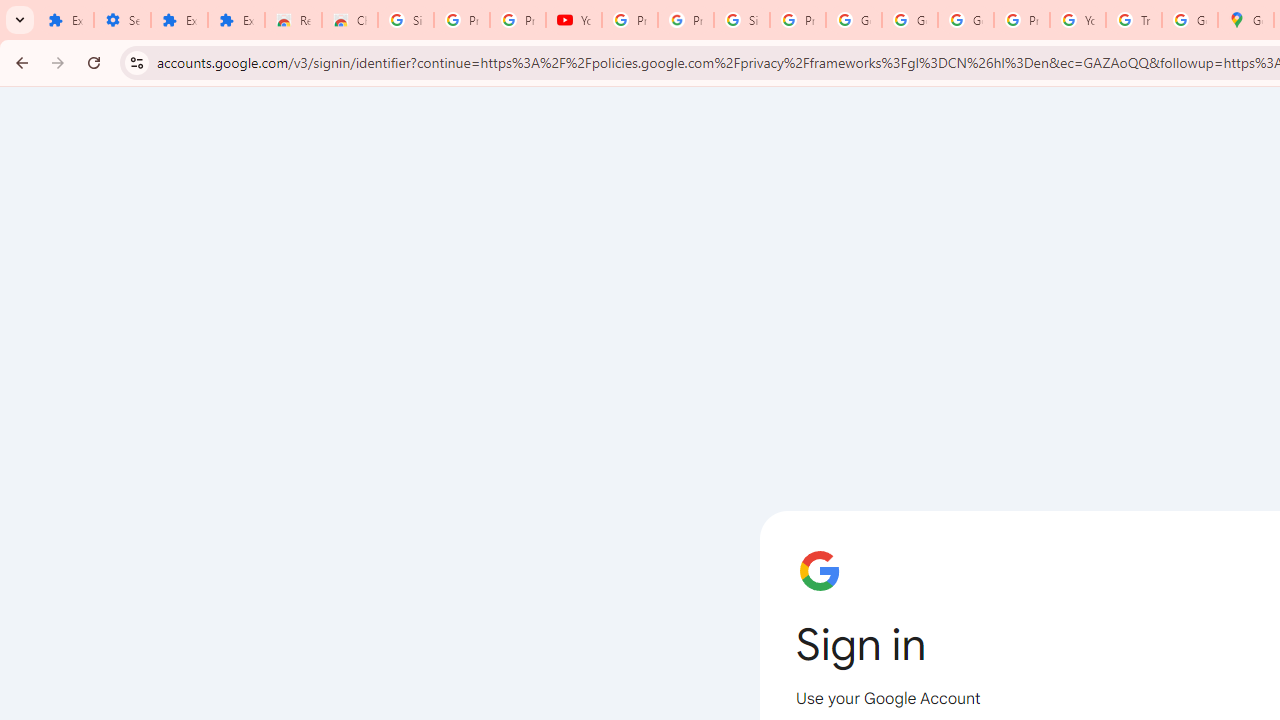  Describe the element at coordinates (350, 20) in the screenshot. I see `'Chrome Web Store - Themes'` at that location.